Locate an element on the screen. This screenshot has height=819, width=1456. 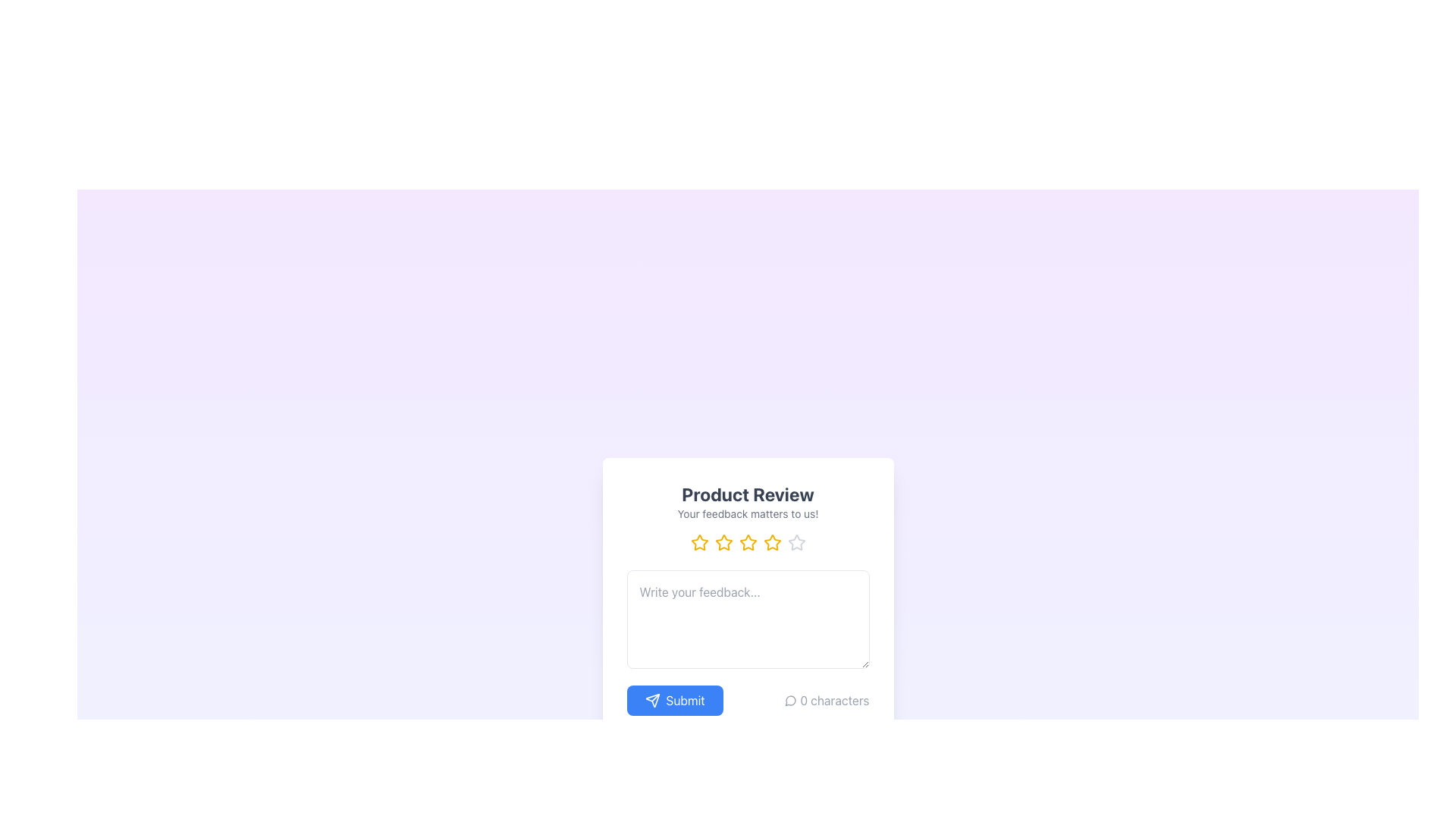
the first star icon button to rate it, located below the text 'Your feedback matters to us!' is located at coordinates (698, 542).